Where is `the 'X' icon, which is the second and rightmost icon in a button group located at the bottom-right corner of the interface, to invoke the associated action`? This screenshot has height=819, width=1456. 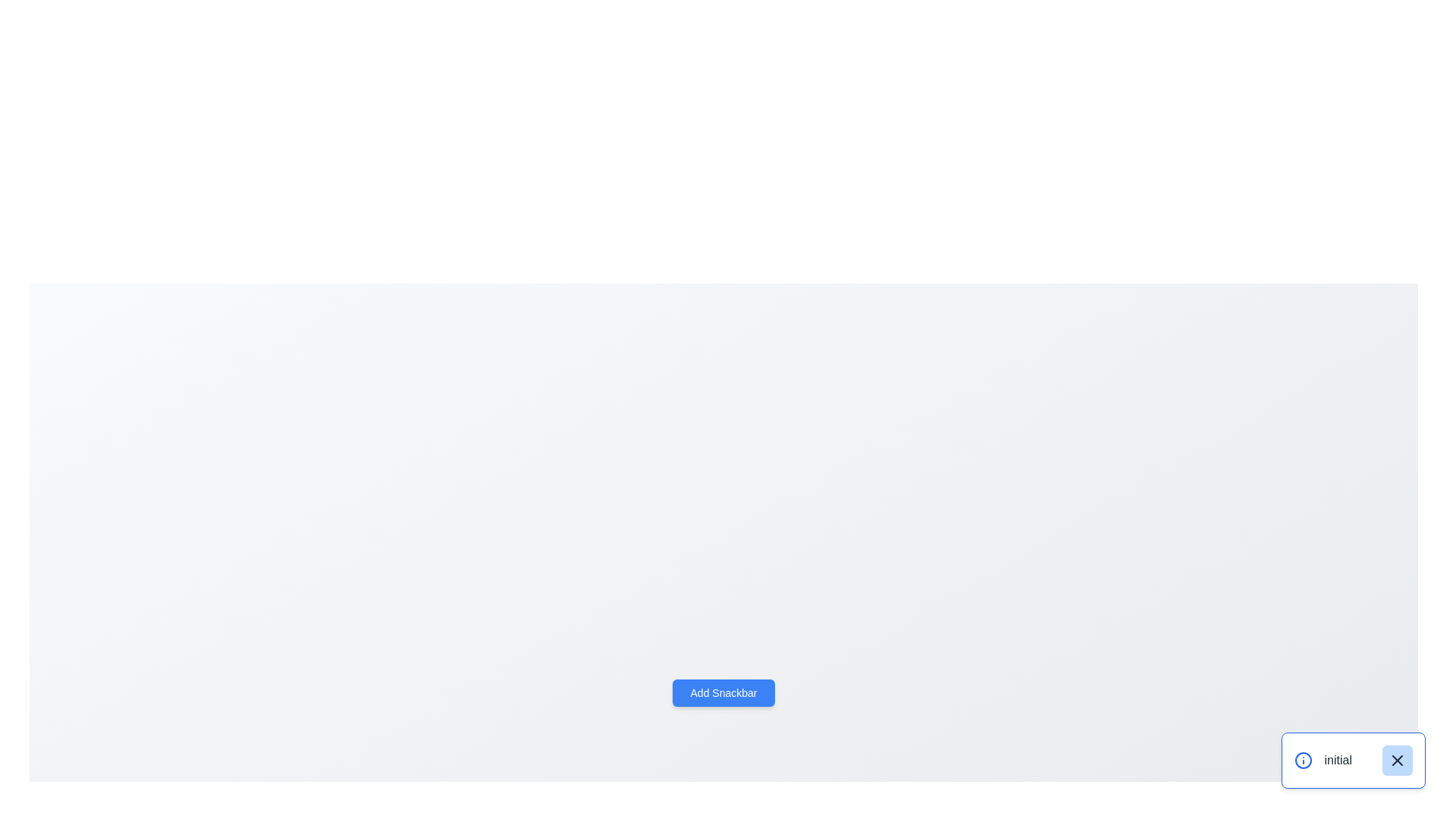 the 'X' icon, which is the second and rightmost icon in a button group located at the bottom-right corner of the interface, to invoke the associated action is located at coordinates (1397, 760).